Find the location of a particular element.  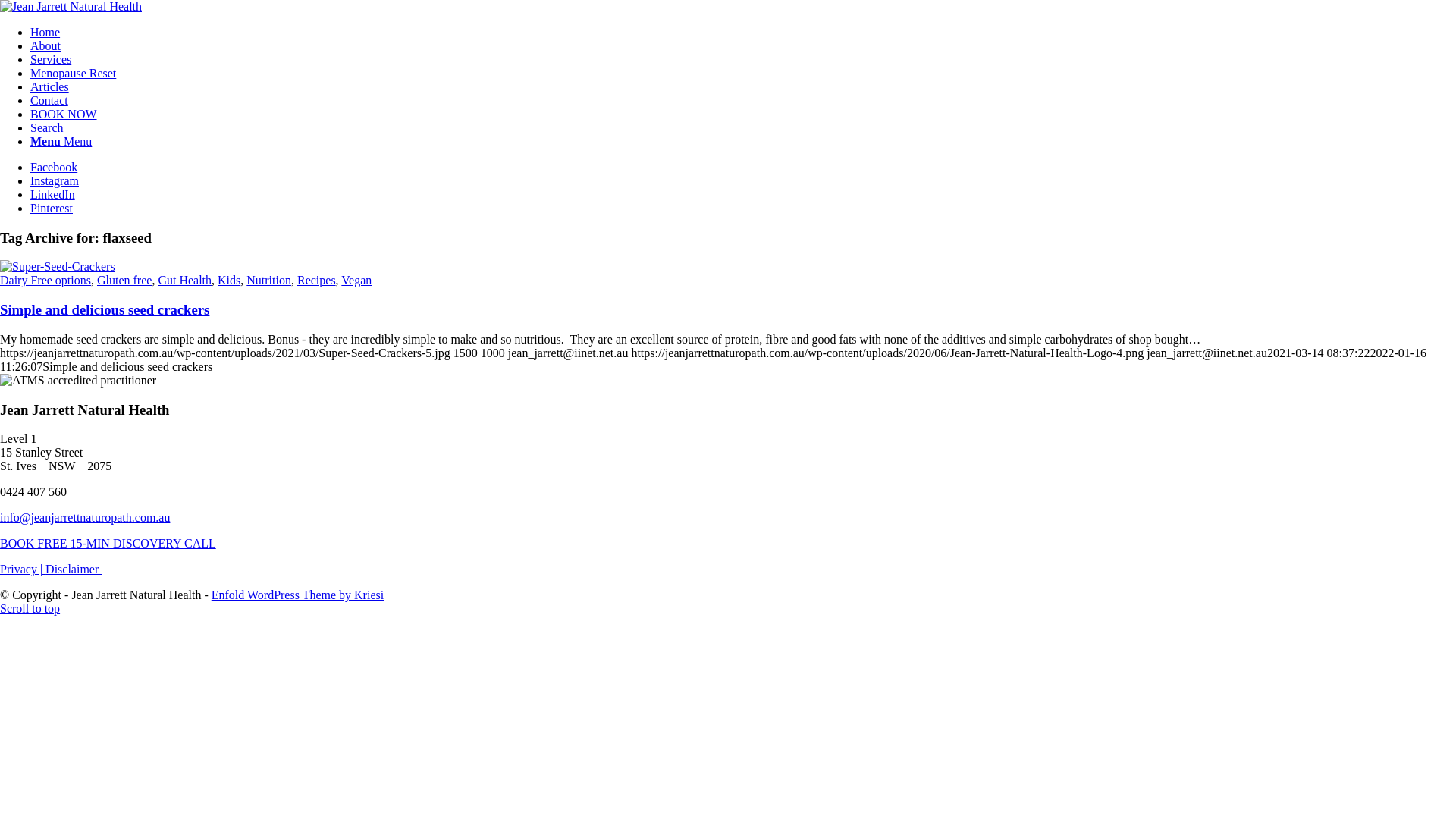

'LinkedIn' is located at coordinates (52, 193).